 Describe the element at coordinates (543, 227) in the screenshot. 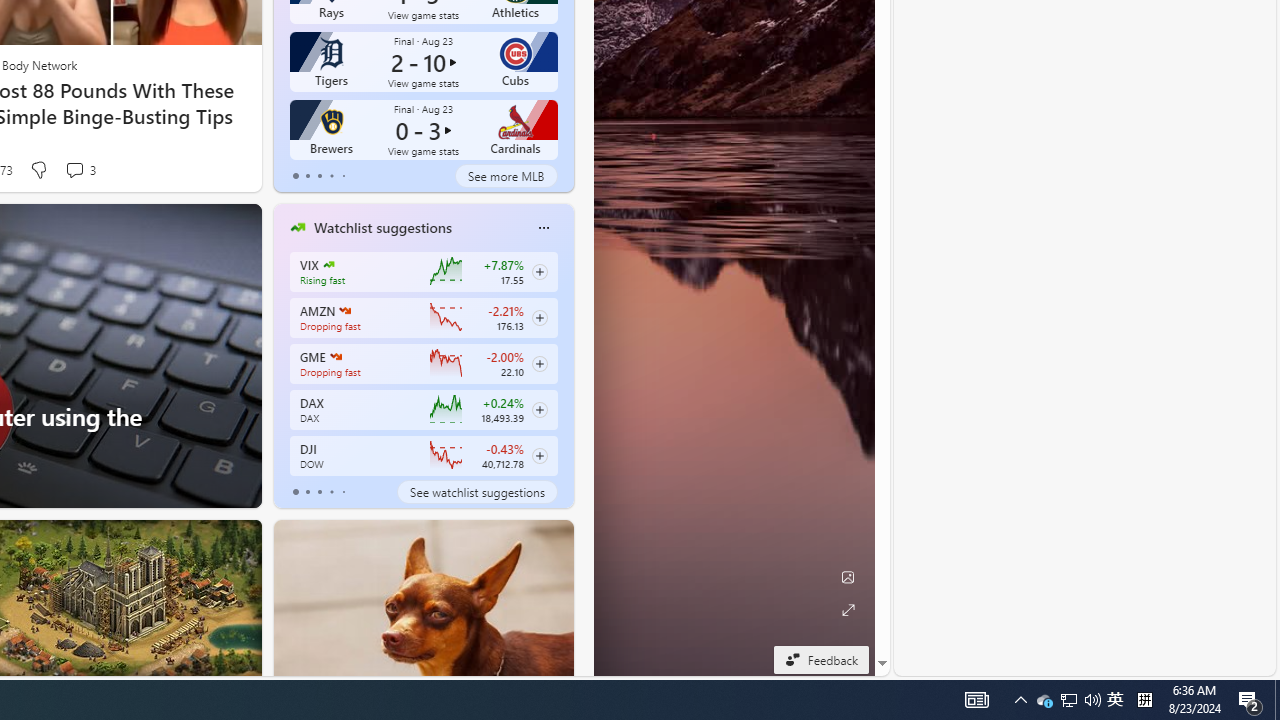

I see `'Class: icon-img'` at that location.